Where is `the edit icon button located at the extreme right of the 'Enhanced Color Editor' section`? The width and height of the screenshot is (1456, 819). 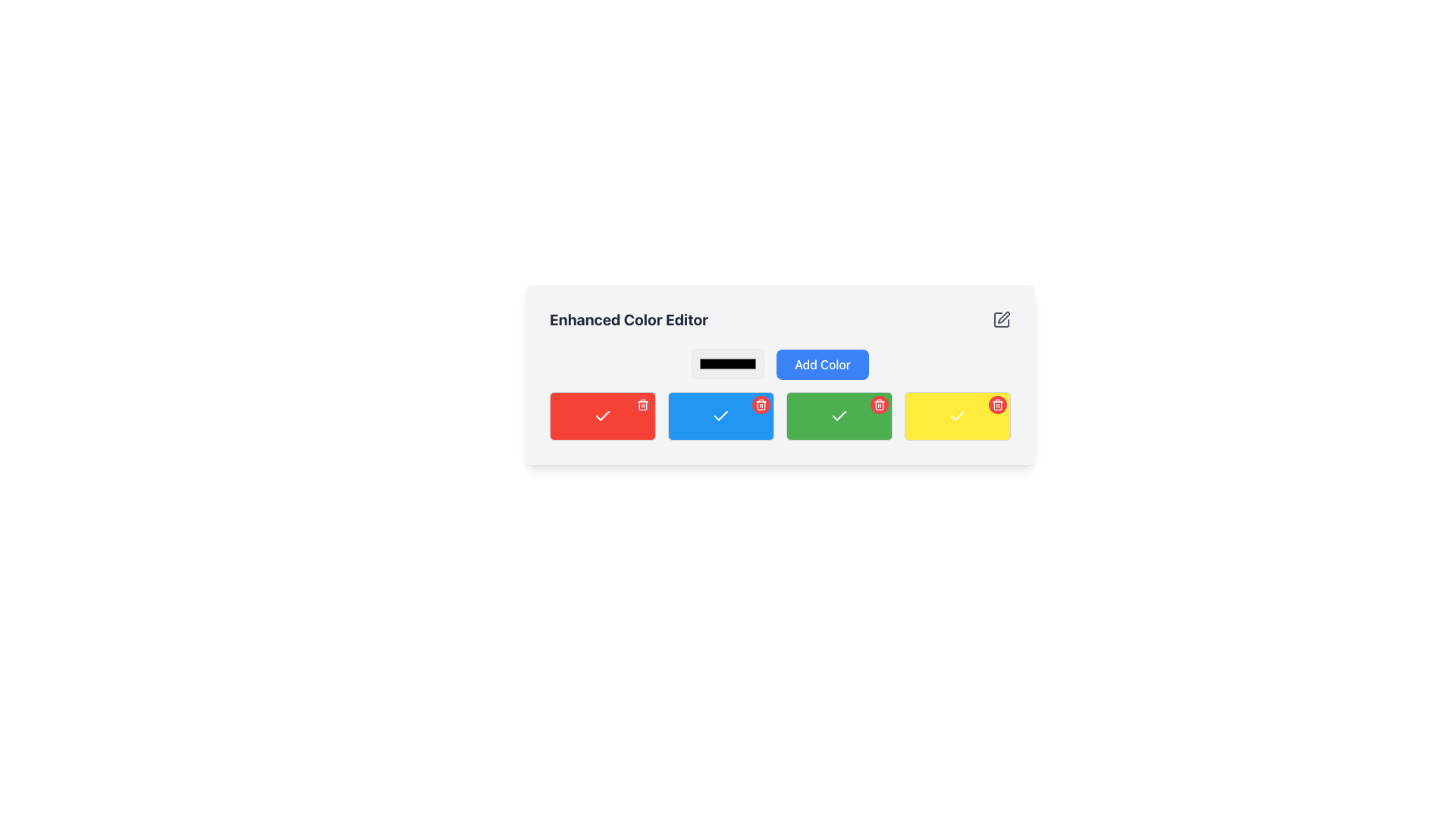
the edit icon button located at the extreme right of the 'Enhanced Color Editor' section is located at coordinates (1001, 318).